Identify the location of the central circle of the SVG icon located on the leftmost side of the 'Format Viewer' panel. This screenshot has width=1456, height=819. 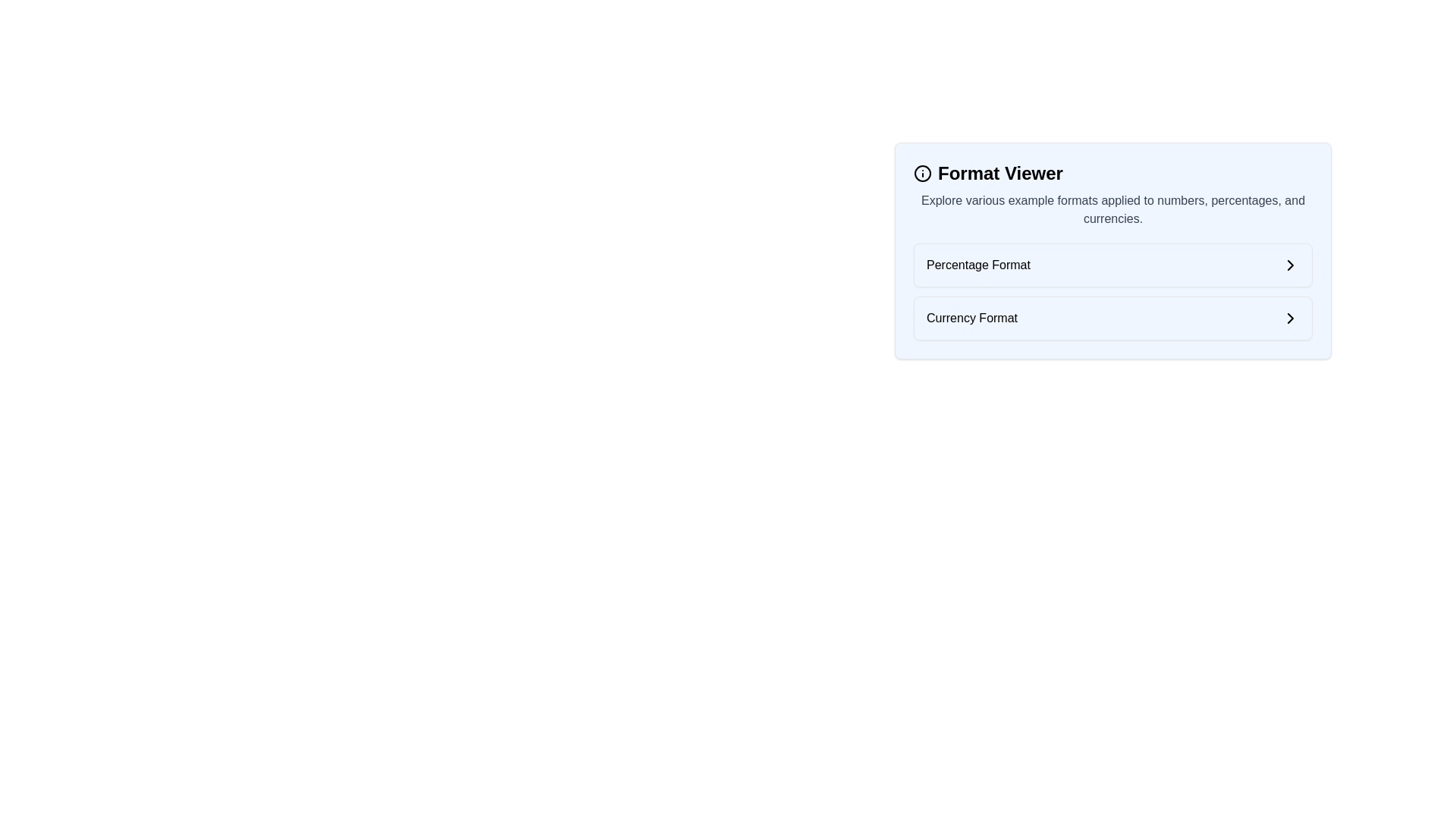
(922, 172).